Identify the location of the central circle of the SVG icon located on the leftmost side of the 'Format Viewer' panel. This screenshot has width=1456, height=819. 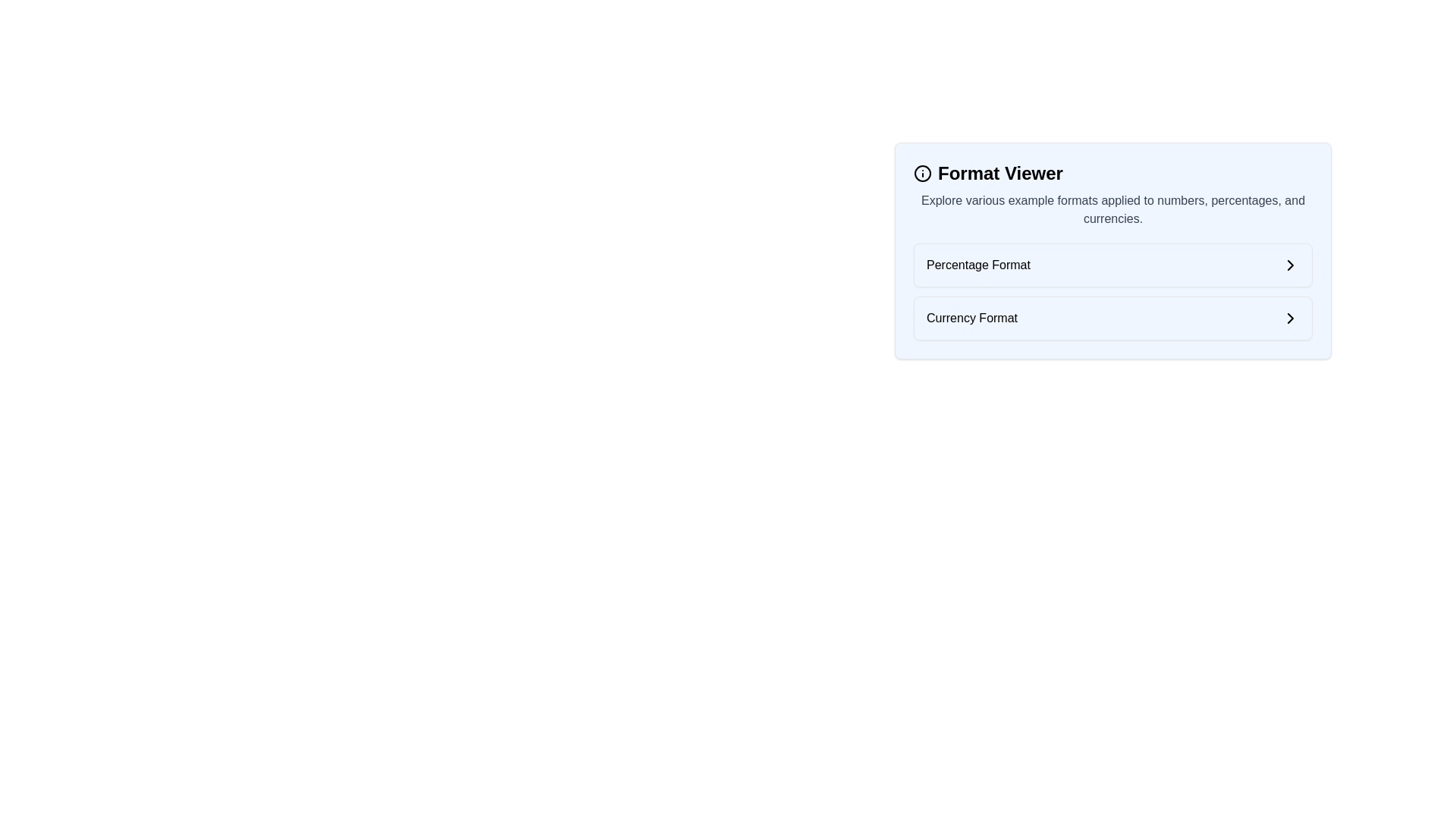
(922, 172).